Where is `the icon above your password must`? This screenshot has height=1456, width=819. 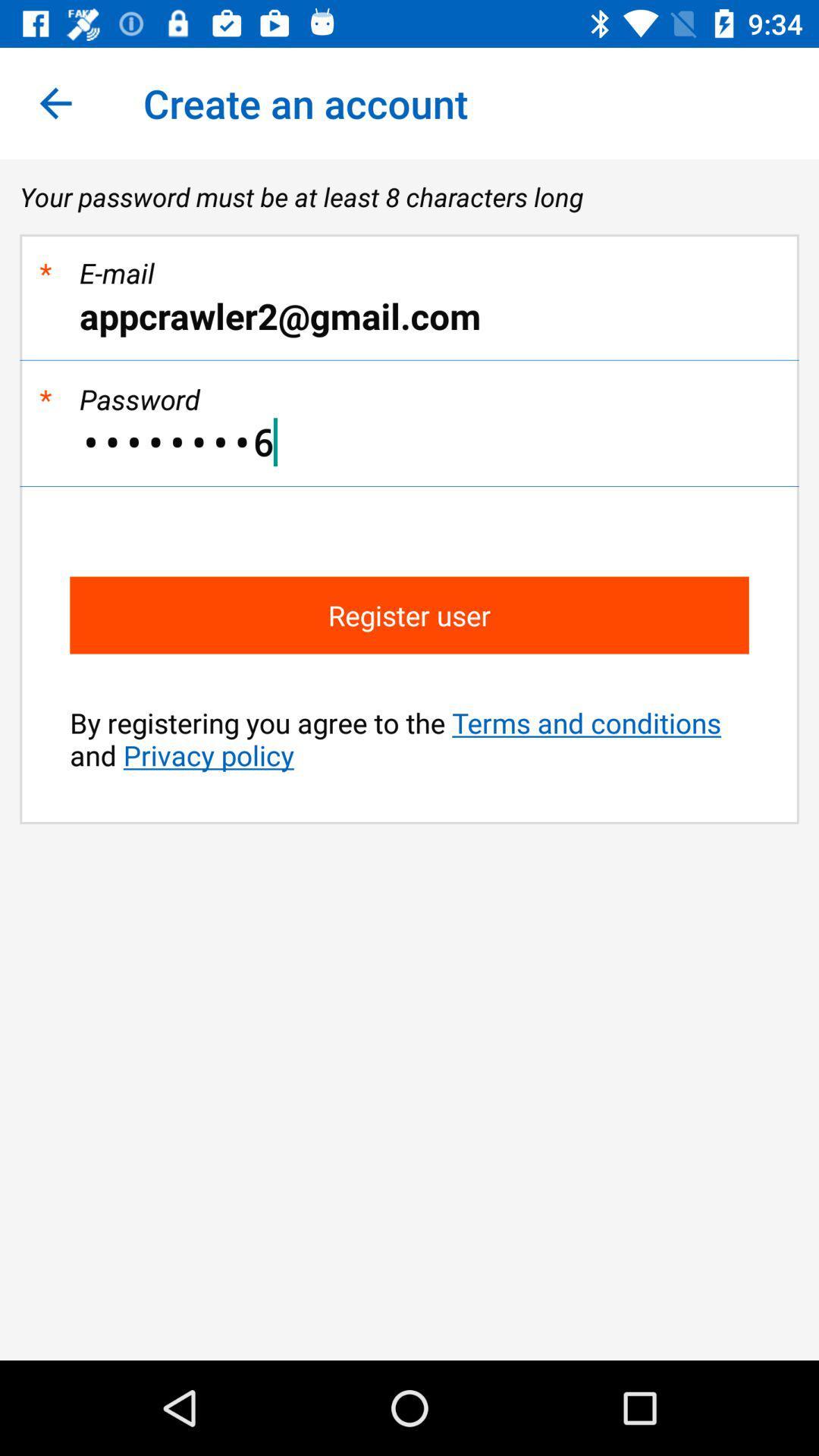
the icon above your password must is located at coordinates (55, 102).